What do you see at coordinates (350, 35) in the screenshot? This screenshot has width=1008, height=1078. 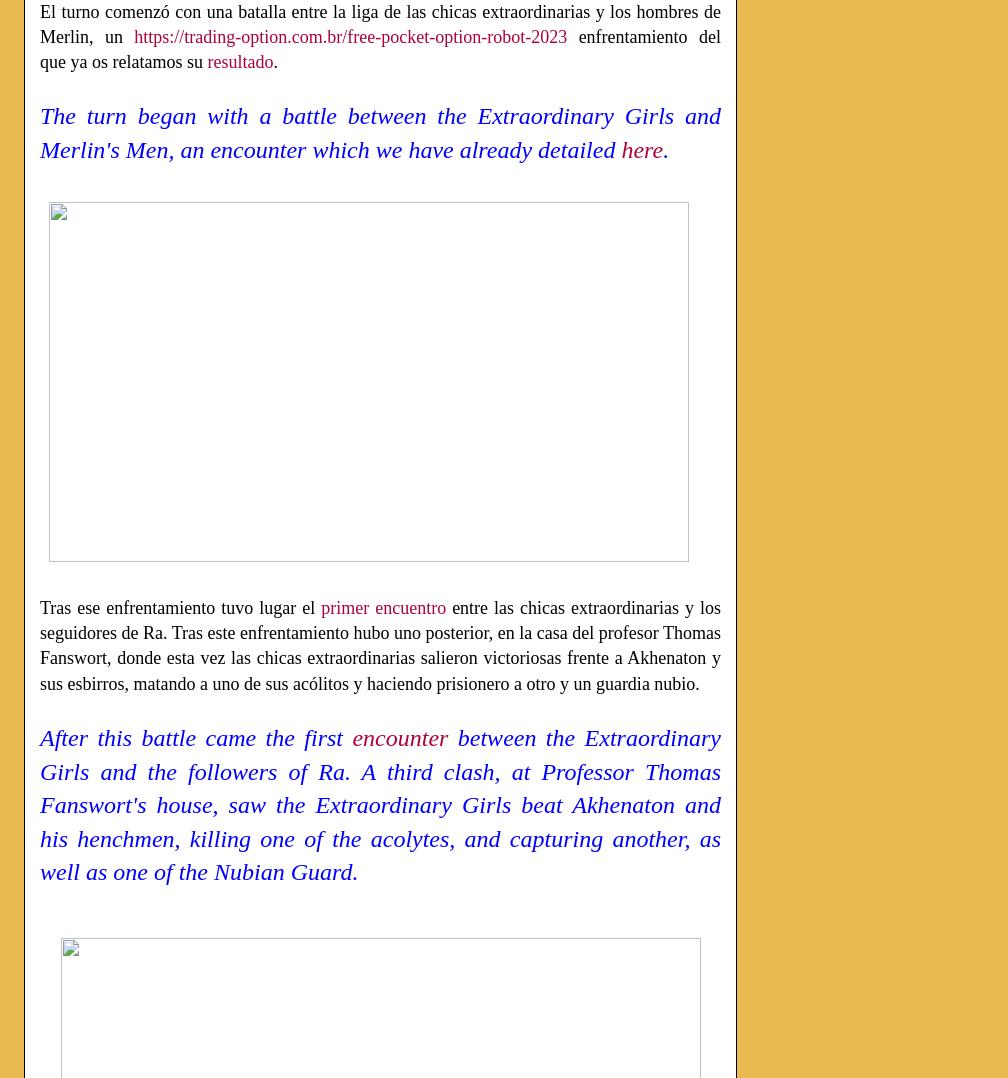 I see `'https://trading-option.com.br/free-pocket-option-robot-2023'` at bounding box center [350, 35].